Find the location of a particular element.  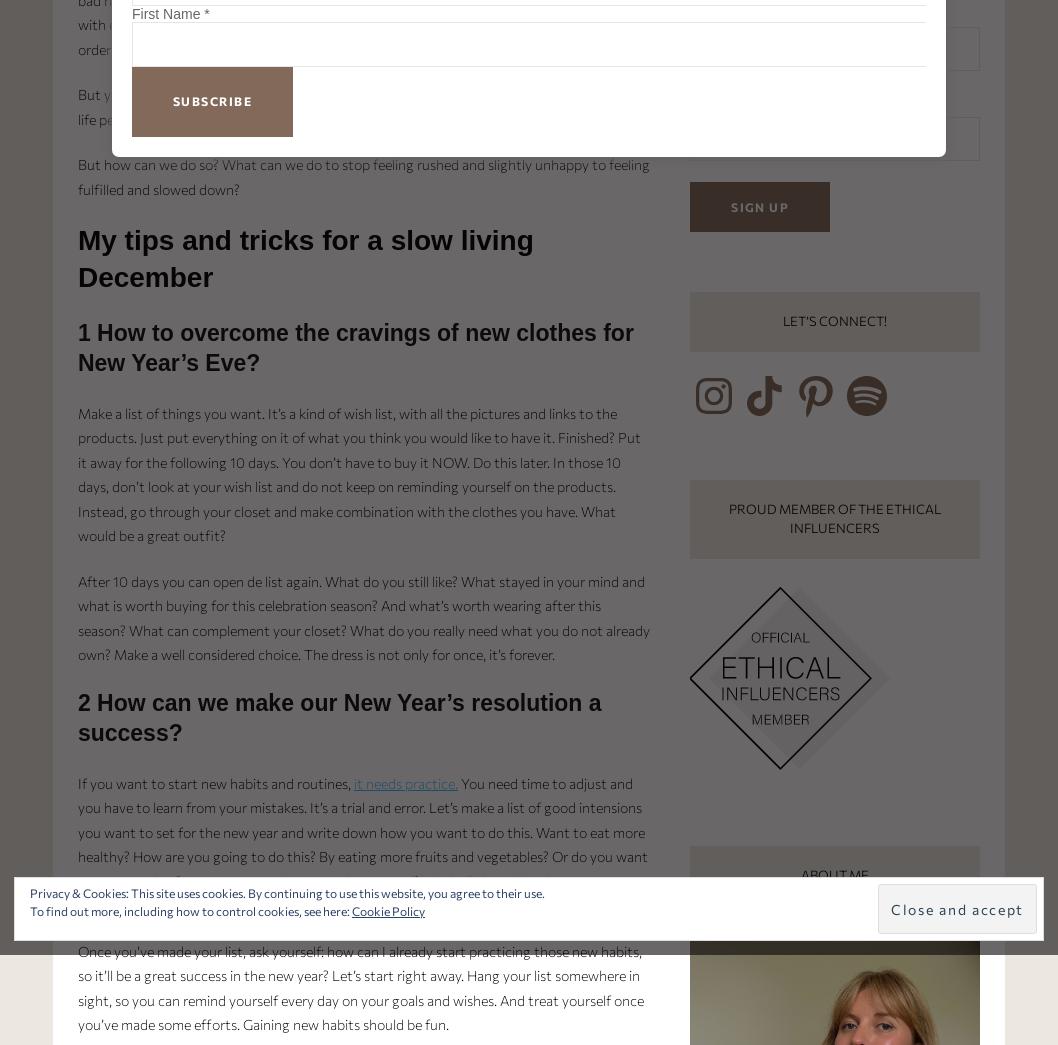

'After 10 days you can open de list again. What do you still like? What stayed in your mind and what is worth buying for this celebration season? And what’s worth wearing after this season? What can complement your closet? What do you really need what you do not already own? Make a well considered choice. The dress is not only for once, it’s forever.' is located at coordinates (362, 616).